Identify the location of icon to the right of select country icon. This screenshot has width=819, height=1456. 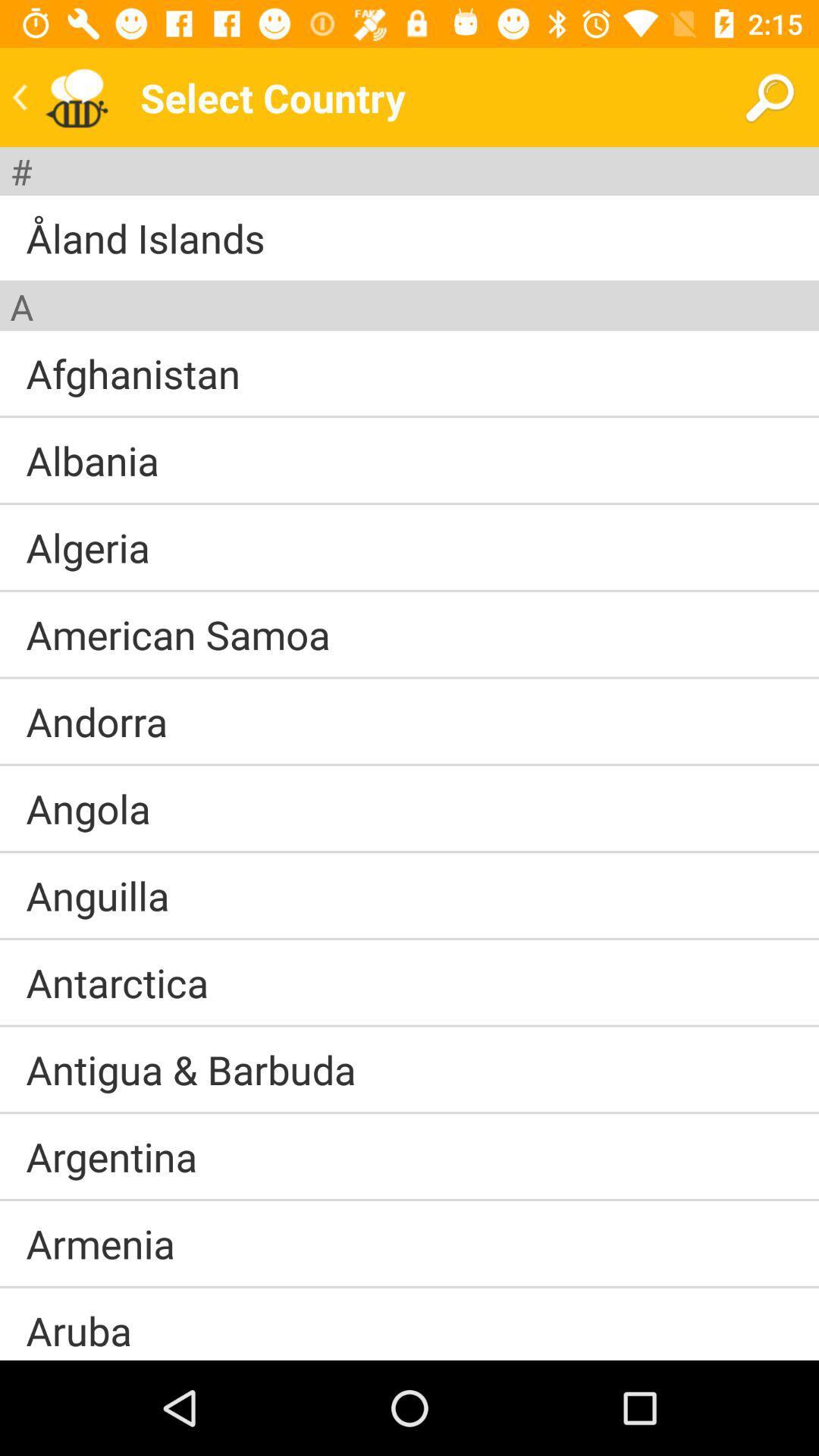
(769, 96).